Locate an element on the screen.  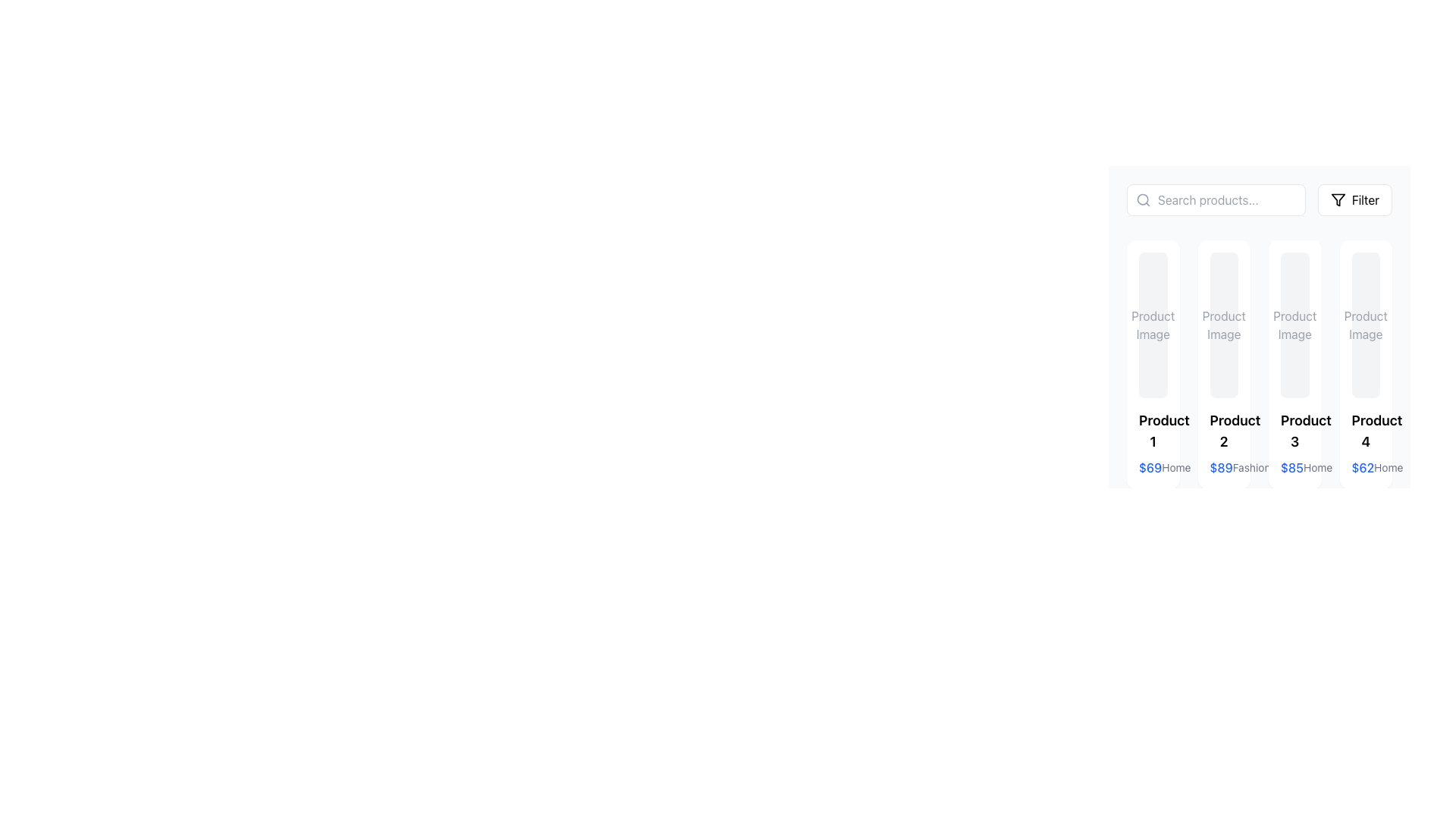
the text label displaying 'Product Image' located in the fourth column of the product details grid is located at coordinates (1366, 324).